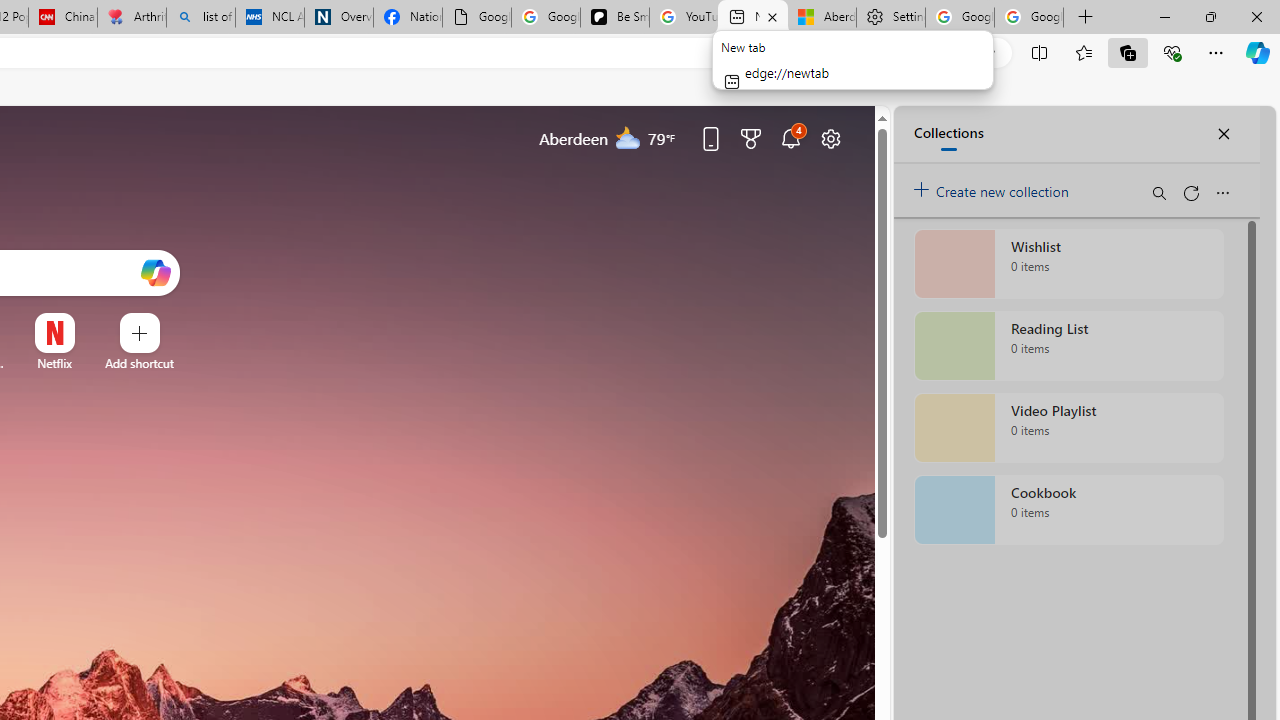 Image resolution: width=1280 pixels, height=720 pixels. I want to click on 'Mostly cloudy', so click(627, 136).